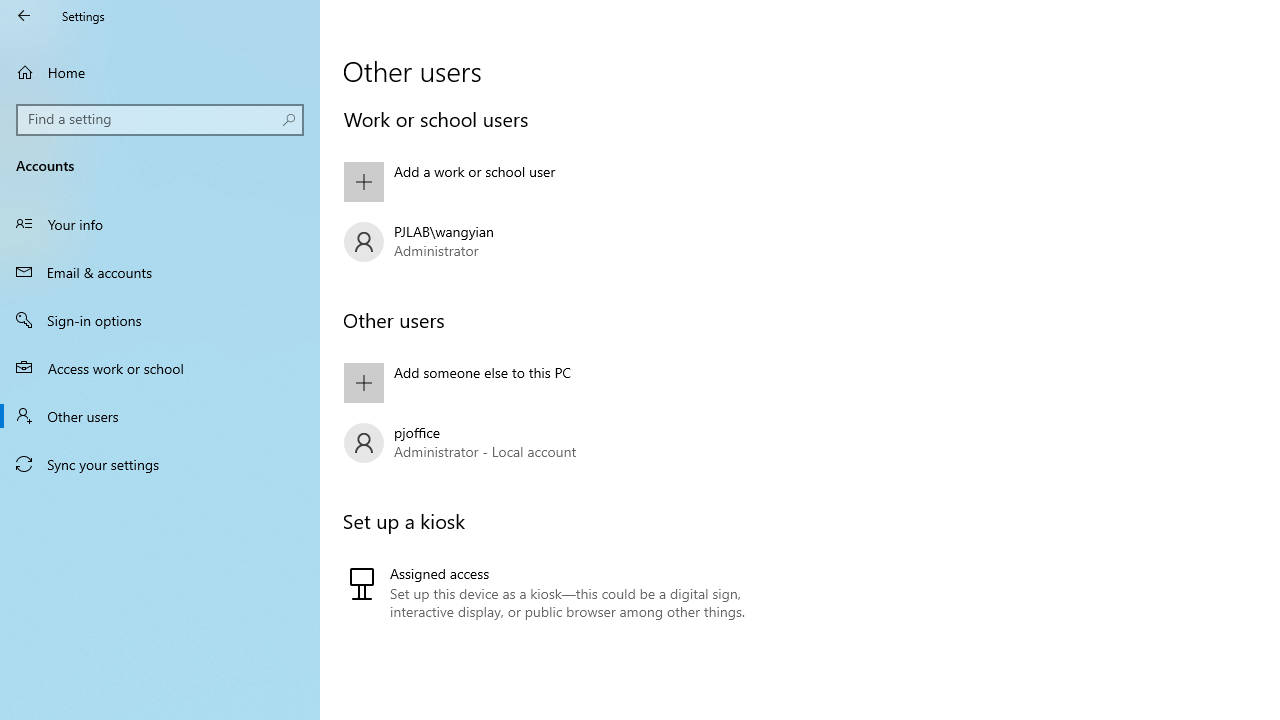 Image resolution: width=1280 pixels, height=720 pixels. I want to click on 'Other users', so click(160, 414).